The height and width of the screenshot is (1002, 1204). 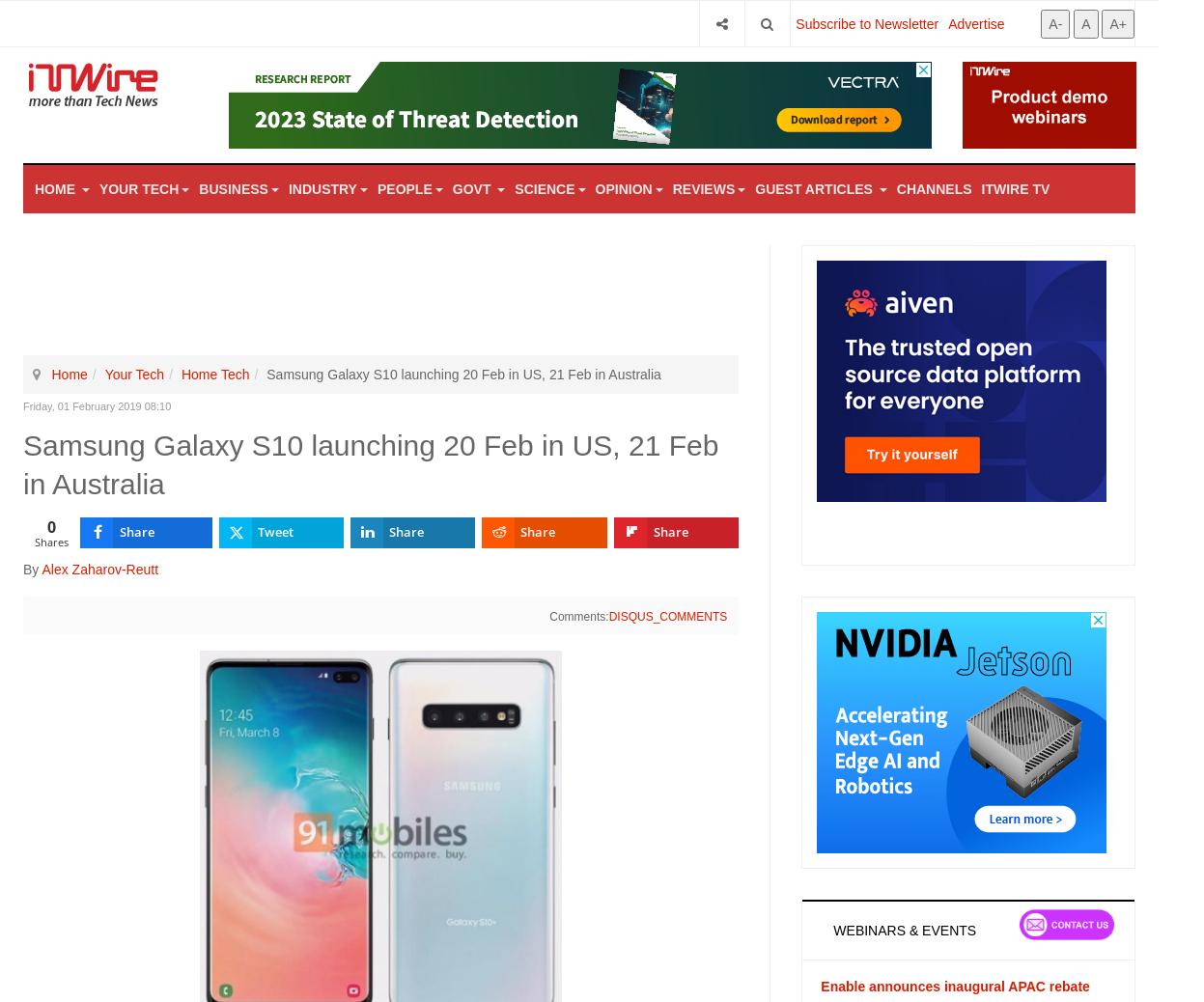 I want to click on '0', so click(x=50, y=524).